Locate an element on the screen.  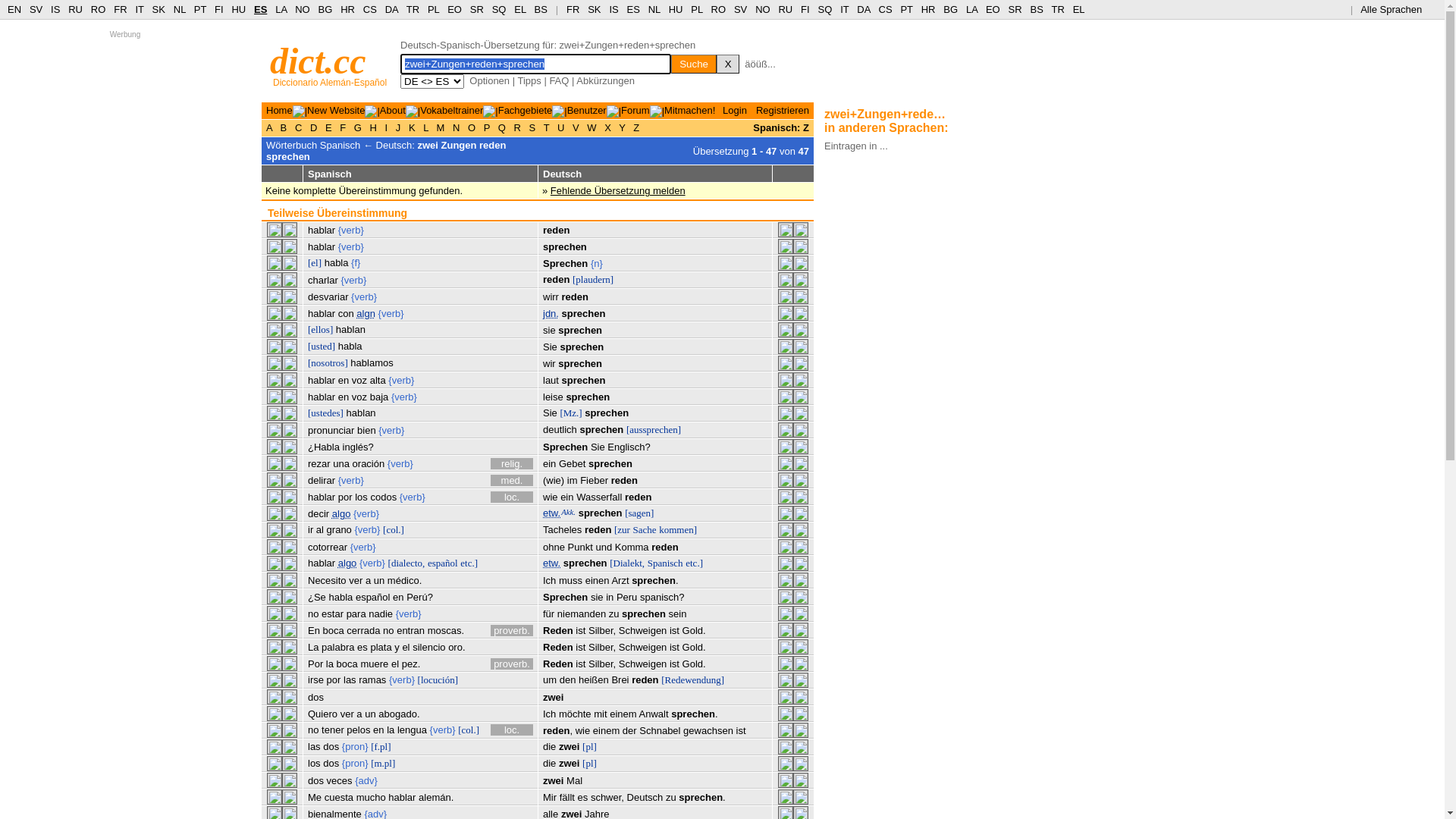
'HR' is located at coordinates (927, 9).